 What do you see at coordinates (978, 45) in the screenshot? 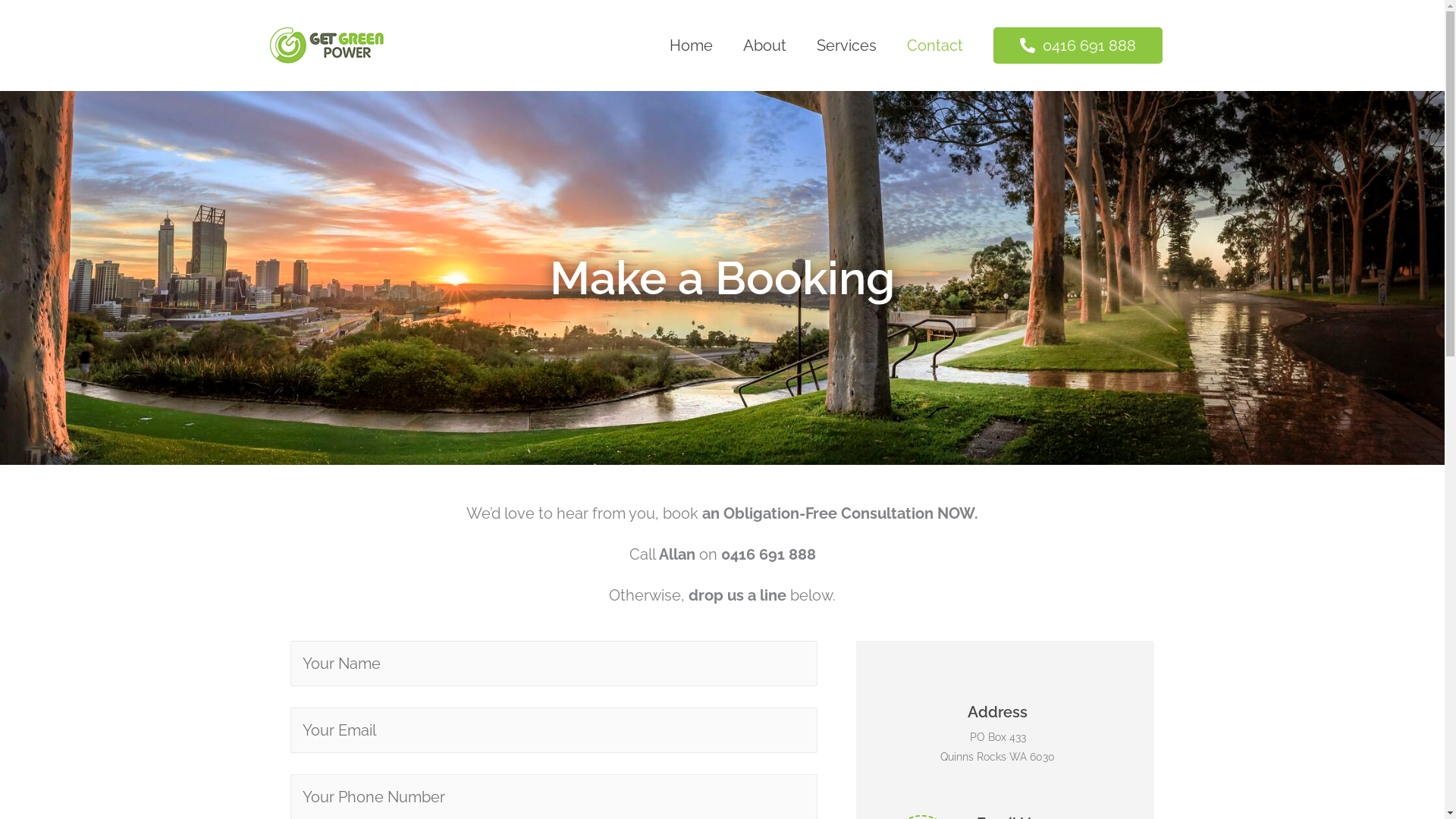
I see `'  0416 691 888'` at bounding box center [978, 45].